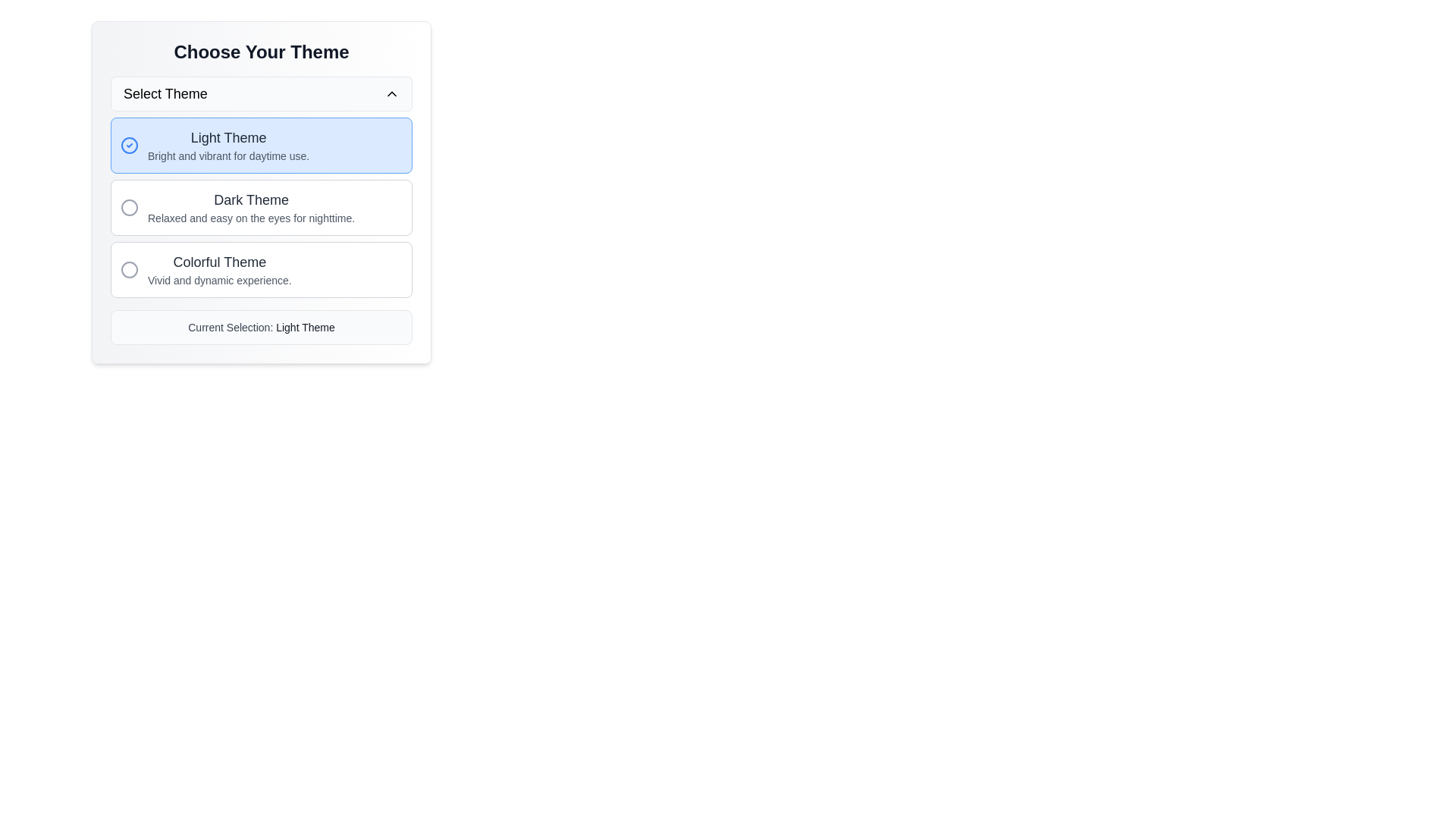 The width and height of the screenshot is (1456, 819). What do you see at coordinates (130, 146) in the screenshot?
I see `the Selection Indicator icon for the 'Light Theme' option, which visually indicates the currently active choice` at bounding box center [130, 146].